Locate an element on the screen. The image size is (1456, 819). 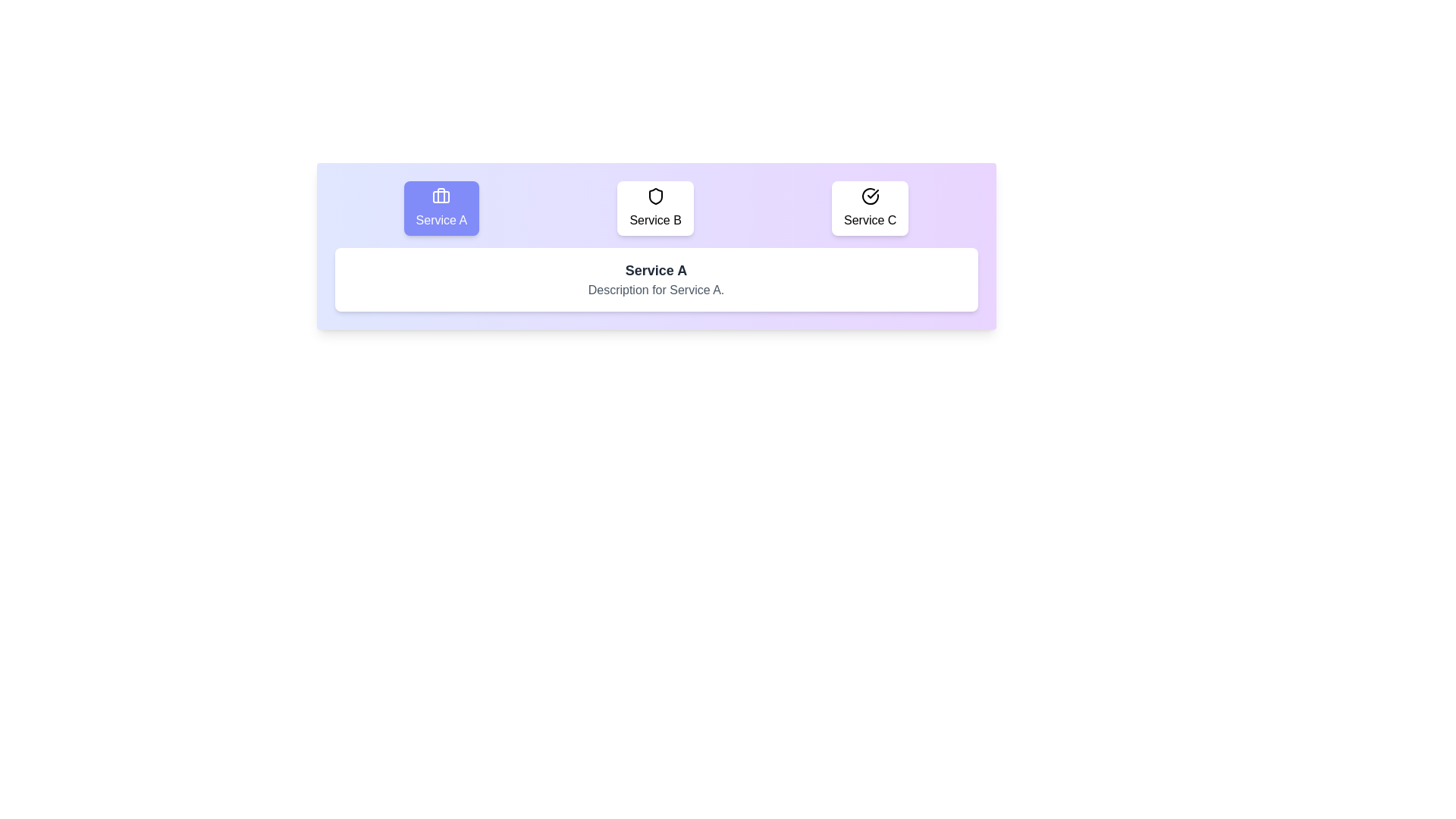
the interactive 'Service C' text label, which is styled with a standard font and located below a checkmark icon, as it leads to more details about Service C is located at coordinates (870, 220).